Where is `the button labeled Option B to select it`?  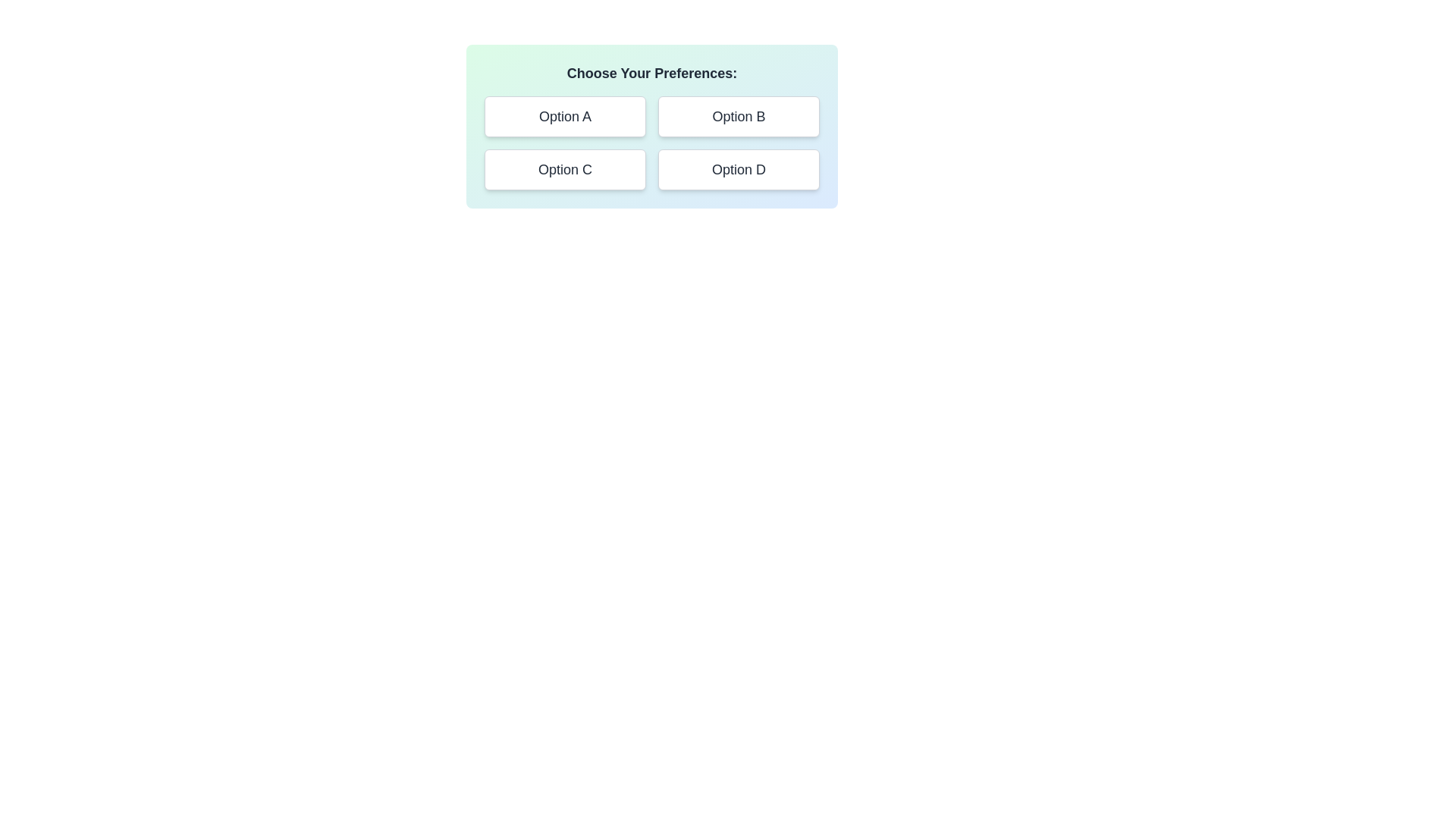
the button labeled Option B to select it is located at coordinates (739, 116).